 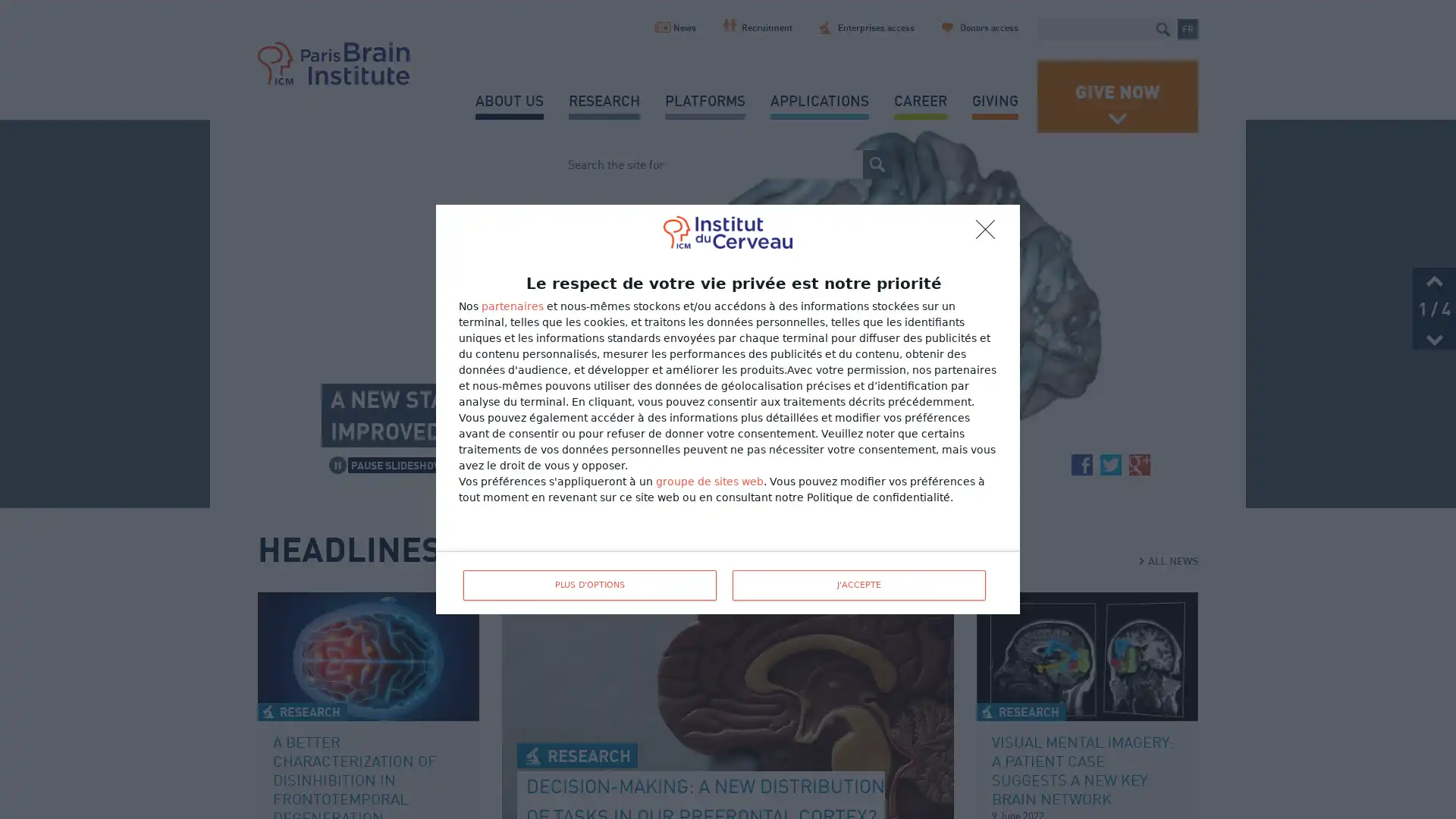 What do you see at coordinates (513, 306) in the screenshot?
I see `partenaires` at bounding box center [513, 306].